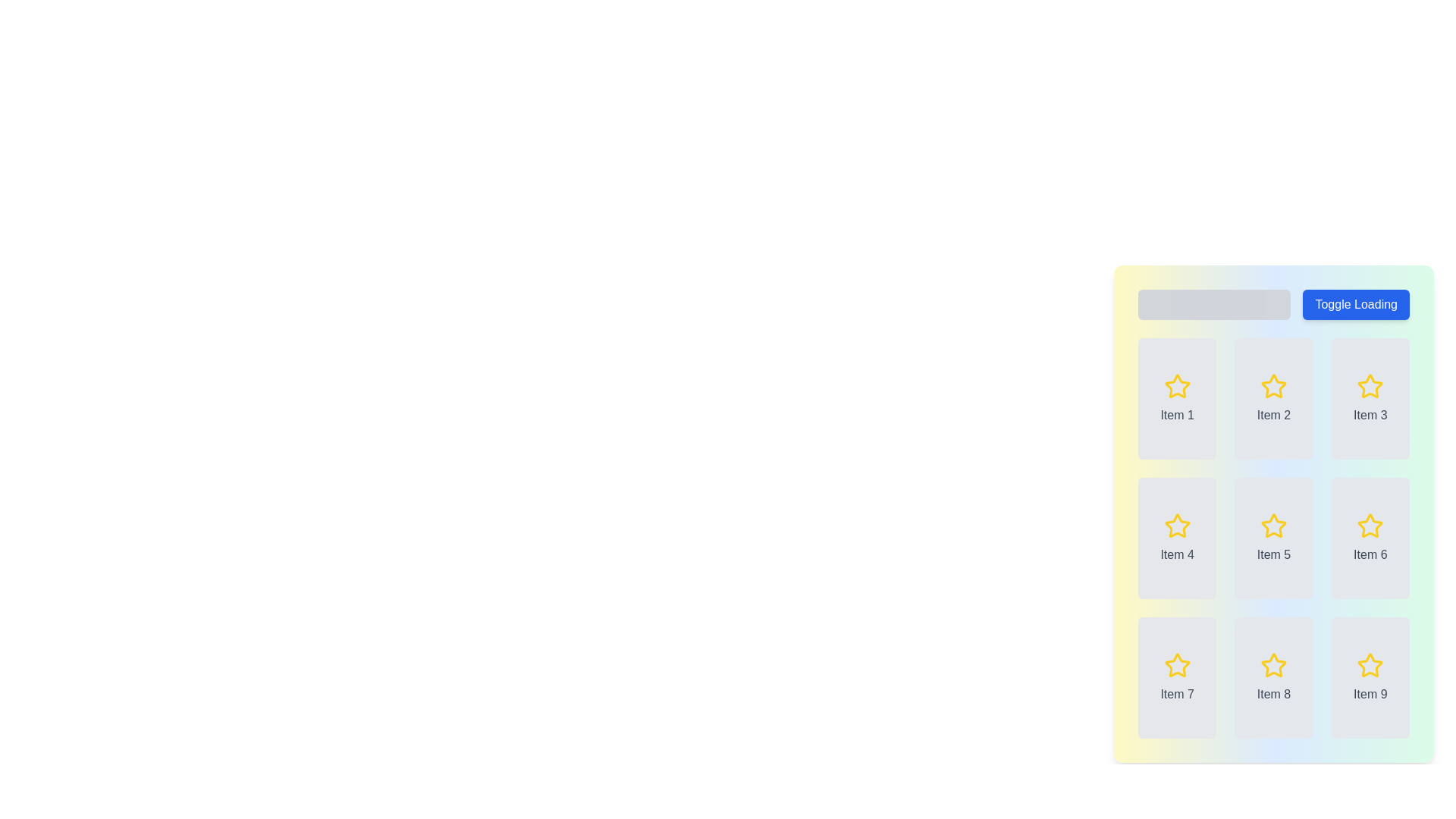  I want to click on the non-interactive star icon located above the text label of the card labeled 'Item 3' in the third position of the horizontal row, so click(1370, 385).